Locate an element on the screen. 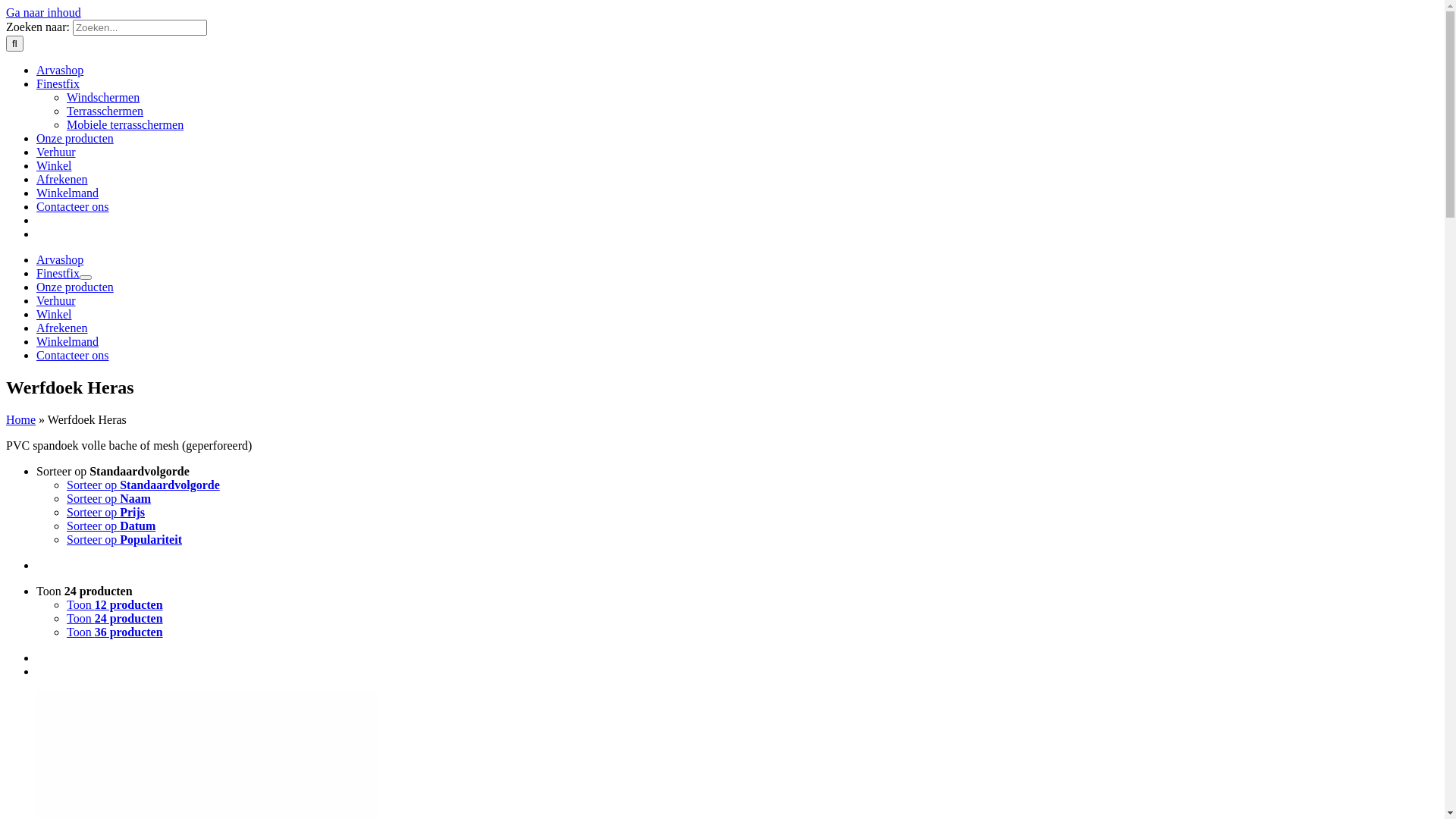 The height and width of the screenshot is (819, 1456). 'Finestfix' is located at coordinates (58, 83).